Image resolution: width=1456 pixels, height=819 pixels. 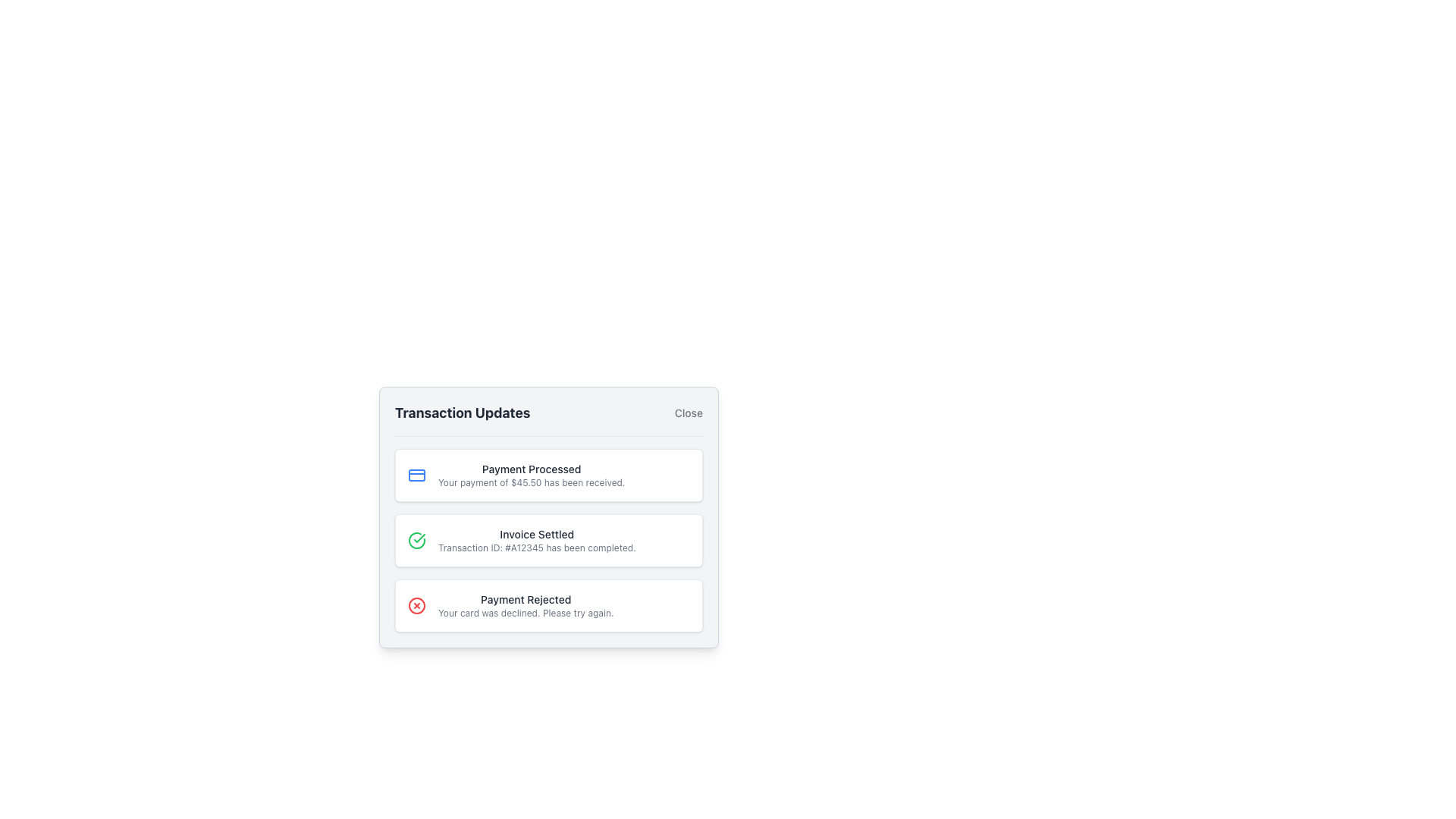 I want to click on the 'Payment Rejected' text in the third notification card, which is styled with a white background and rounded corners, displaying the message in bold, dark gray font, so click(x=526, y=598).